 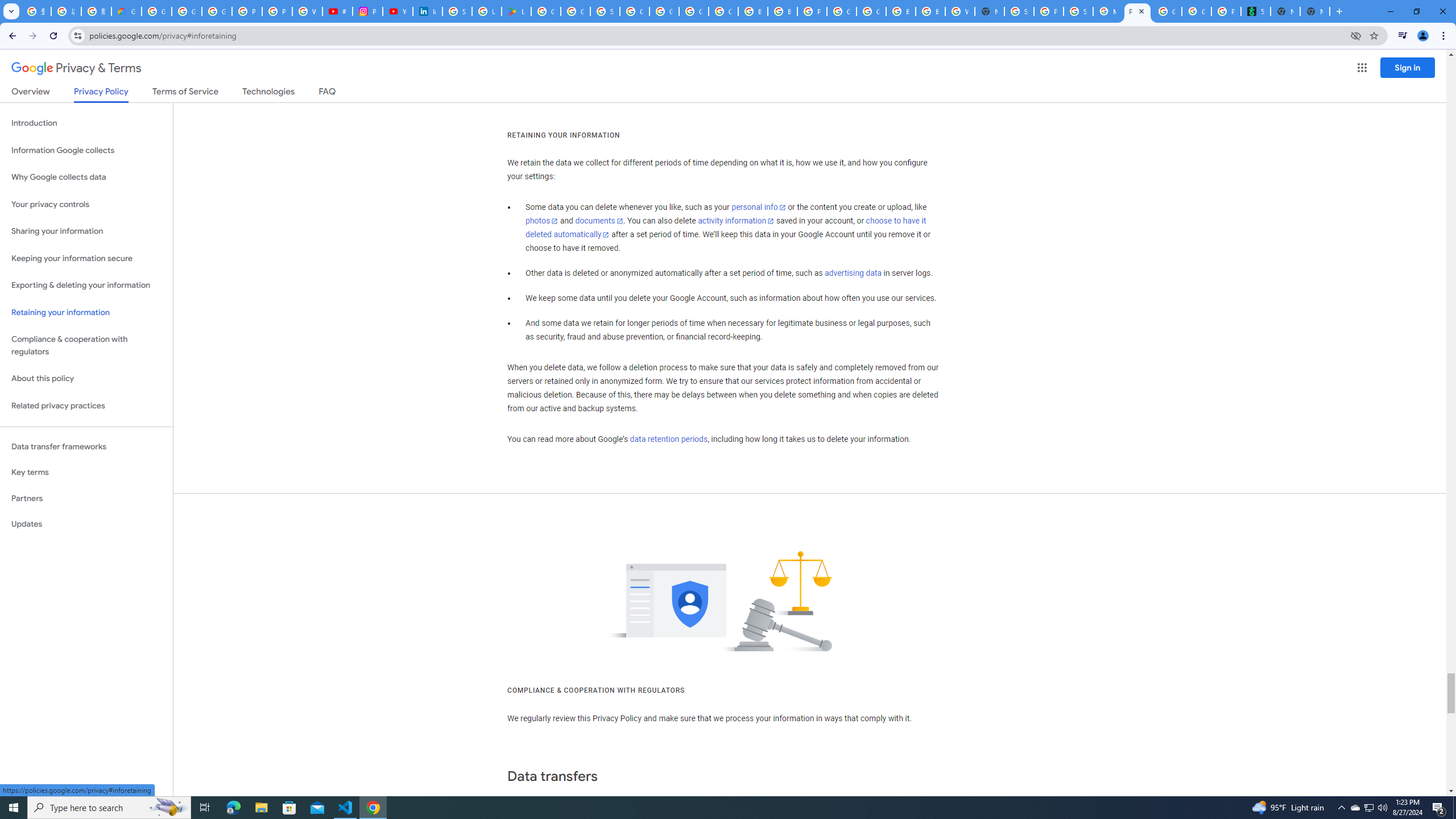 What do you see at coordinates (100, 94) in the screenshot?
I see `'Privacy Policy'` at bounding box center [100, 94].